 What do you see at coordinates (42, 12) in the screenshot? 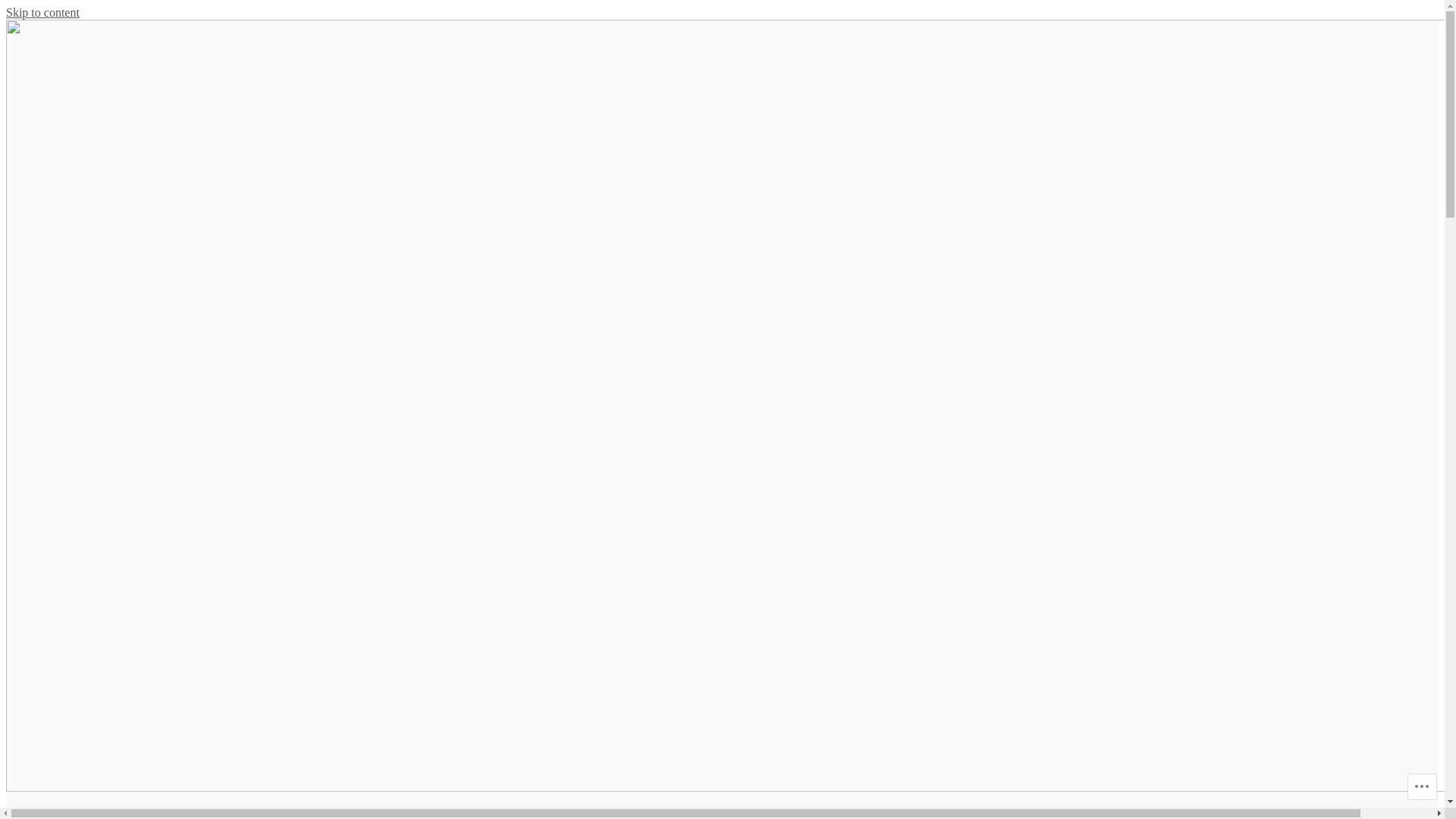
I see `'Skip to content'` at bounding box center [42, 12].